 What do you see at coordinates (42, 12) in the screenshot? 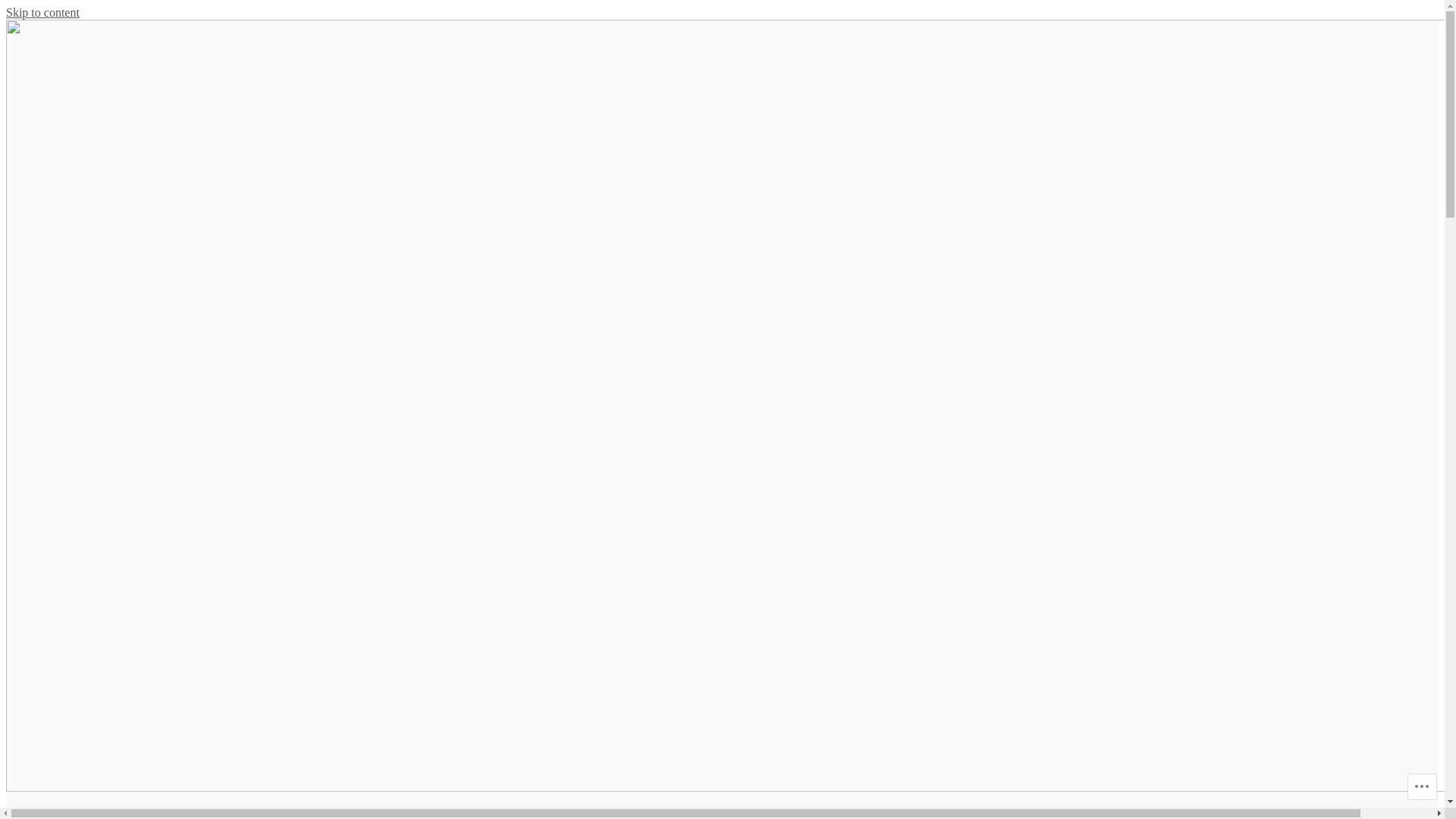
I see `'Skip to content'` at bounding box center [42, 12].